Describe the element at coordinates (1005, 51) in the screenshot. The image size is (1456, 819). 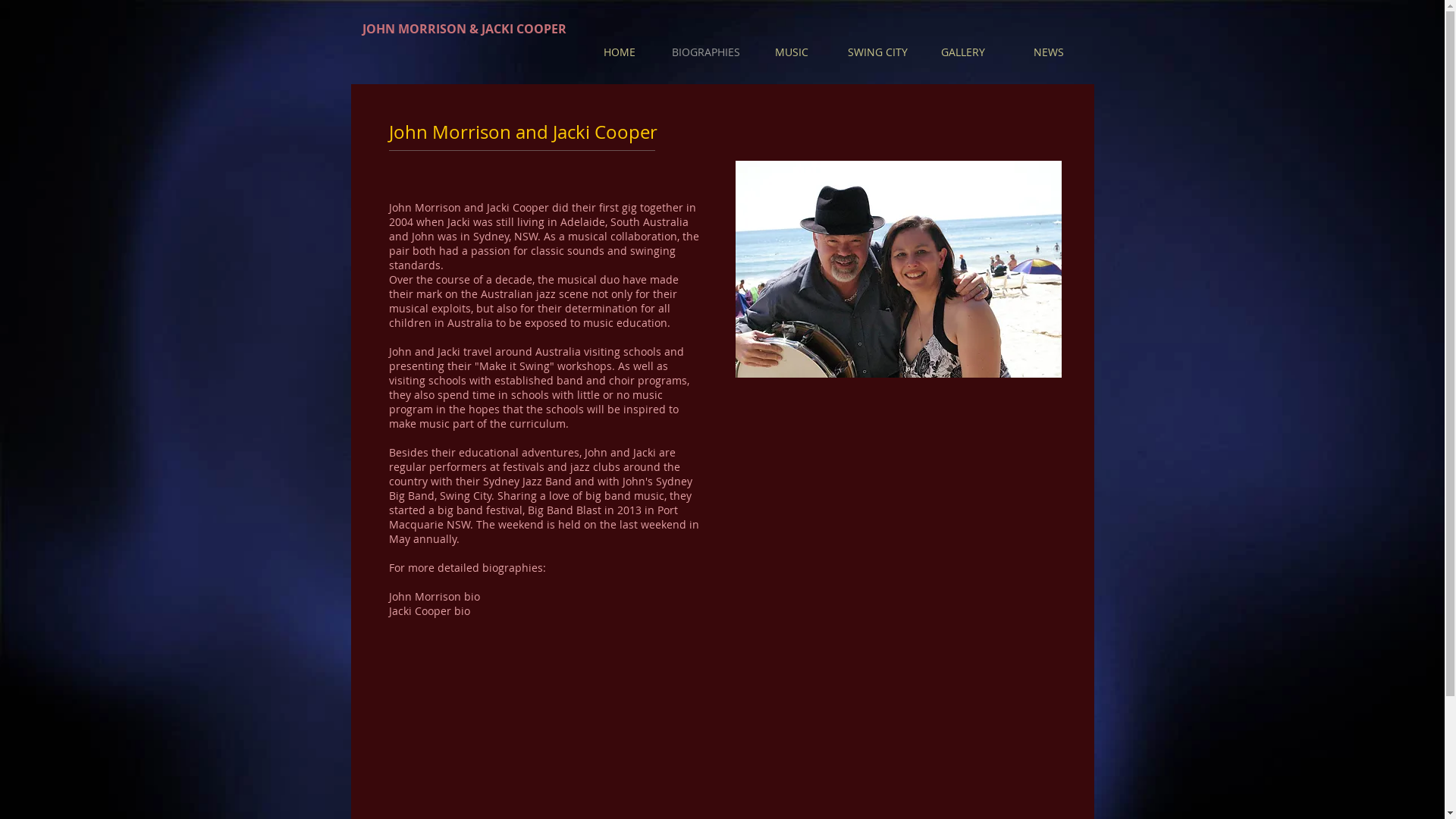
I see `'NEWS'` at that location.